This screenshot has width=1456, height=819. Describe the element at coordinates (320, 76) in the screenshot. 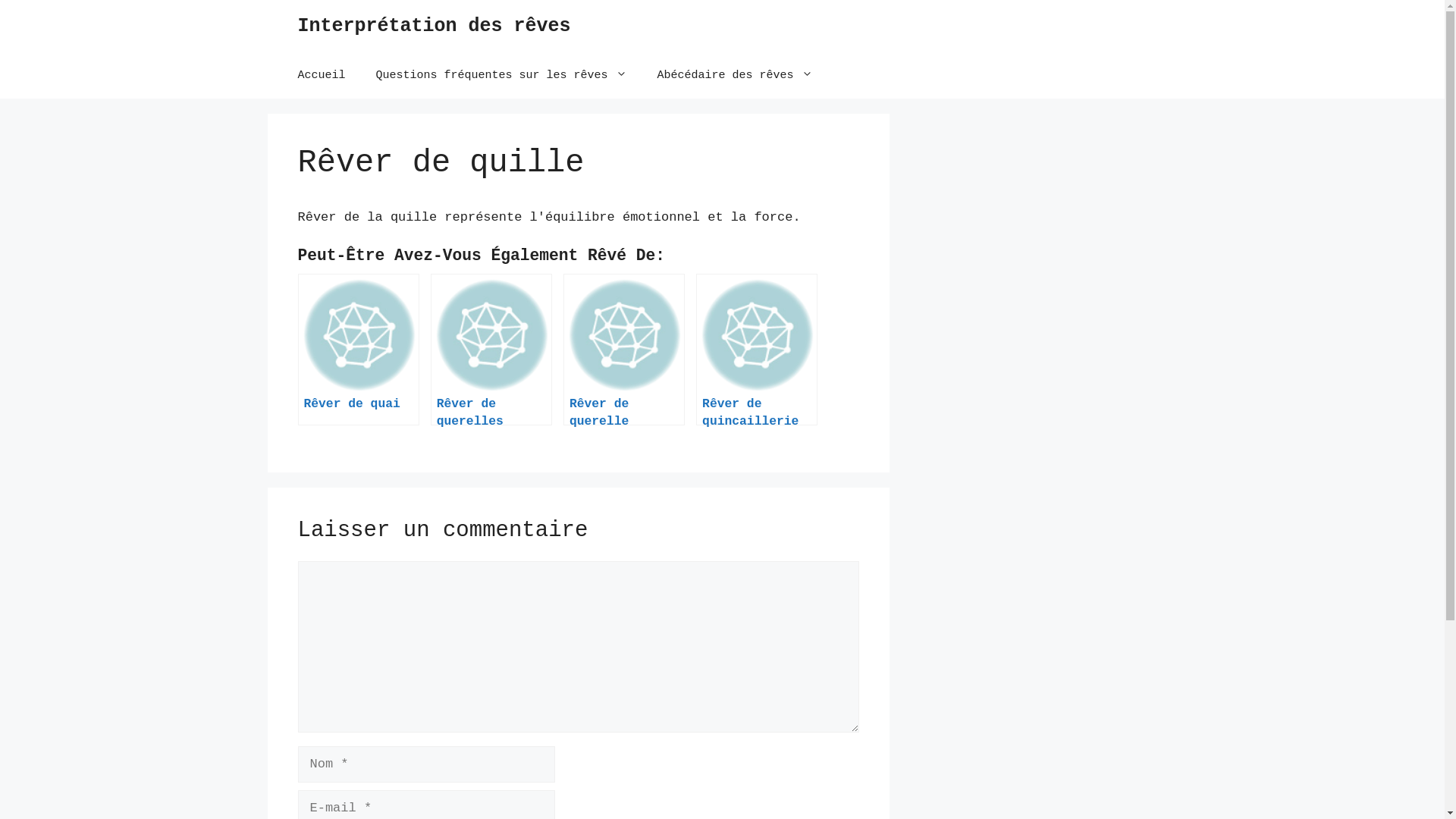

I see `'Accueil'` at that location.